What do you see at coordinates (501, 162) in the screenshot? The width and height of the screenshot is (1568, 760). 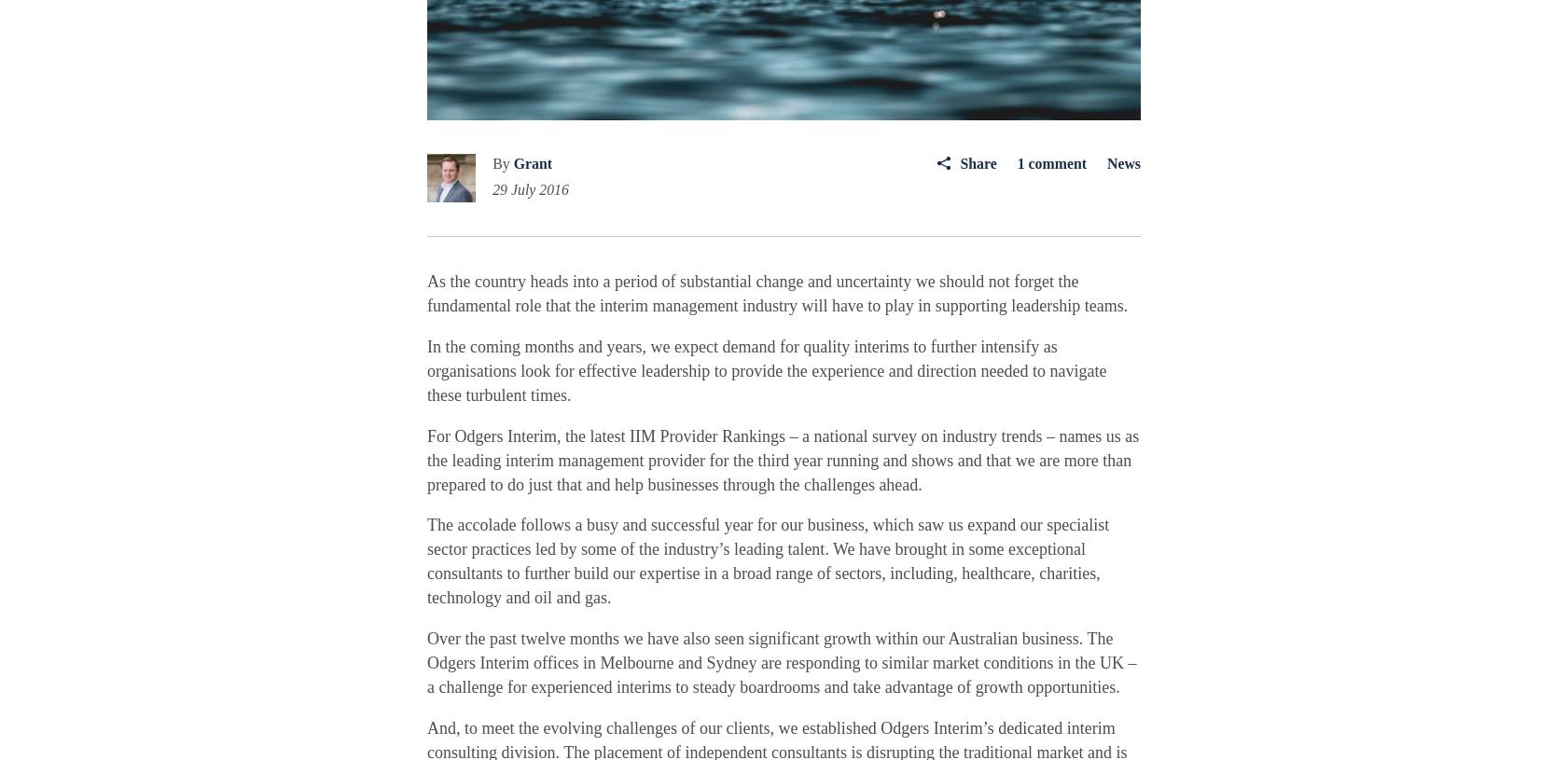 I see `'By'` at bounding box center [501, 162].